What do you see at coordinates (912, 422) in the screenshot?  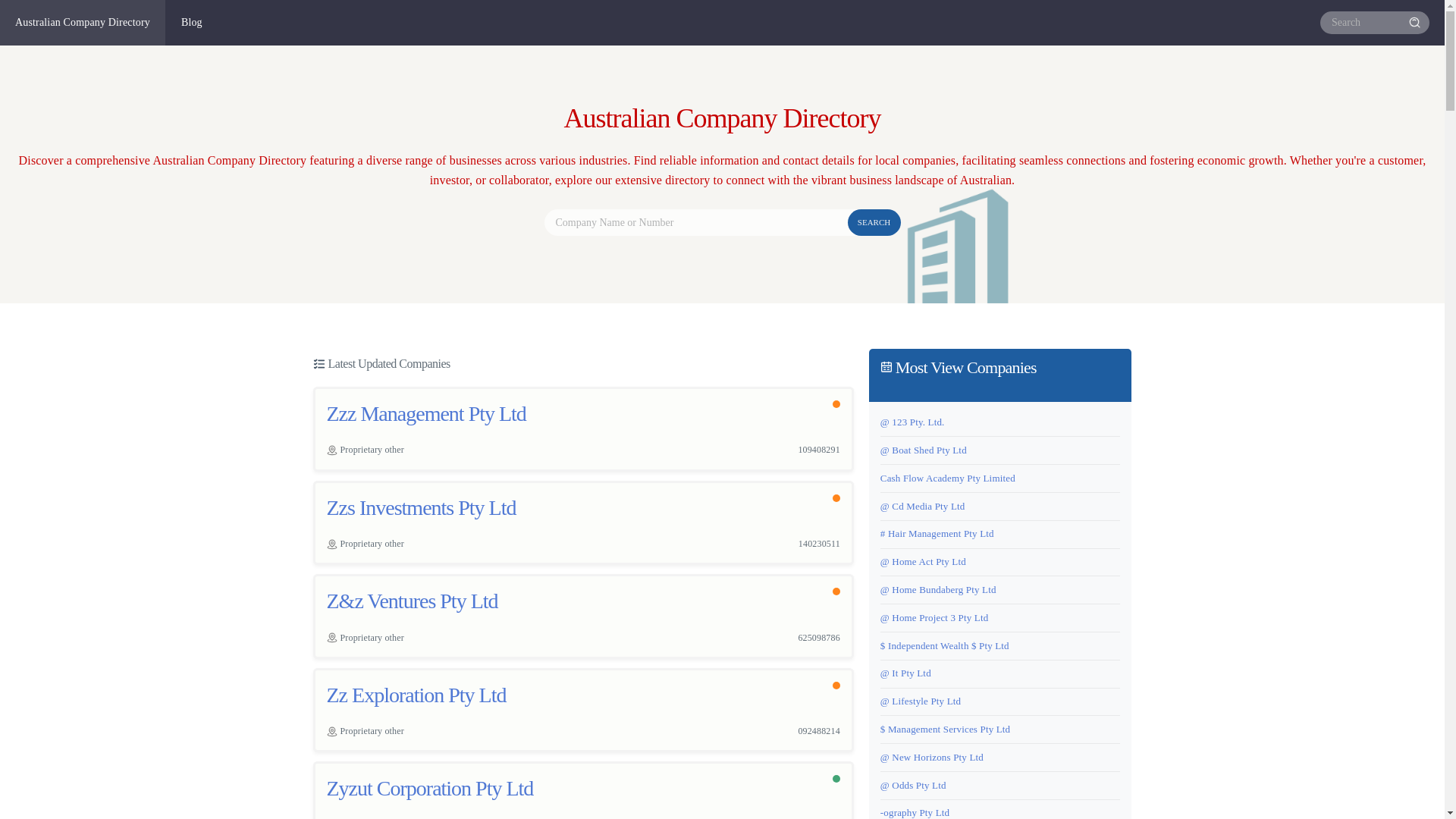 I see `'@ 123 Pty. Ltd.'` at bounding box center [912, 422].